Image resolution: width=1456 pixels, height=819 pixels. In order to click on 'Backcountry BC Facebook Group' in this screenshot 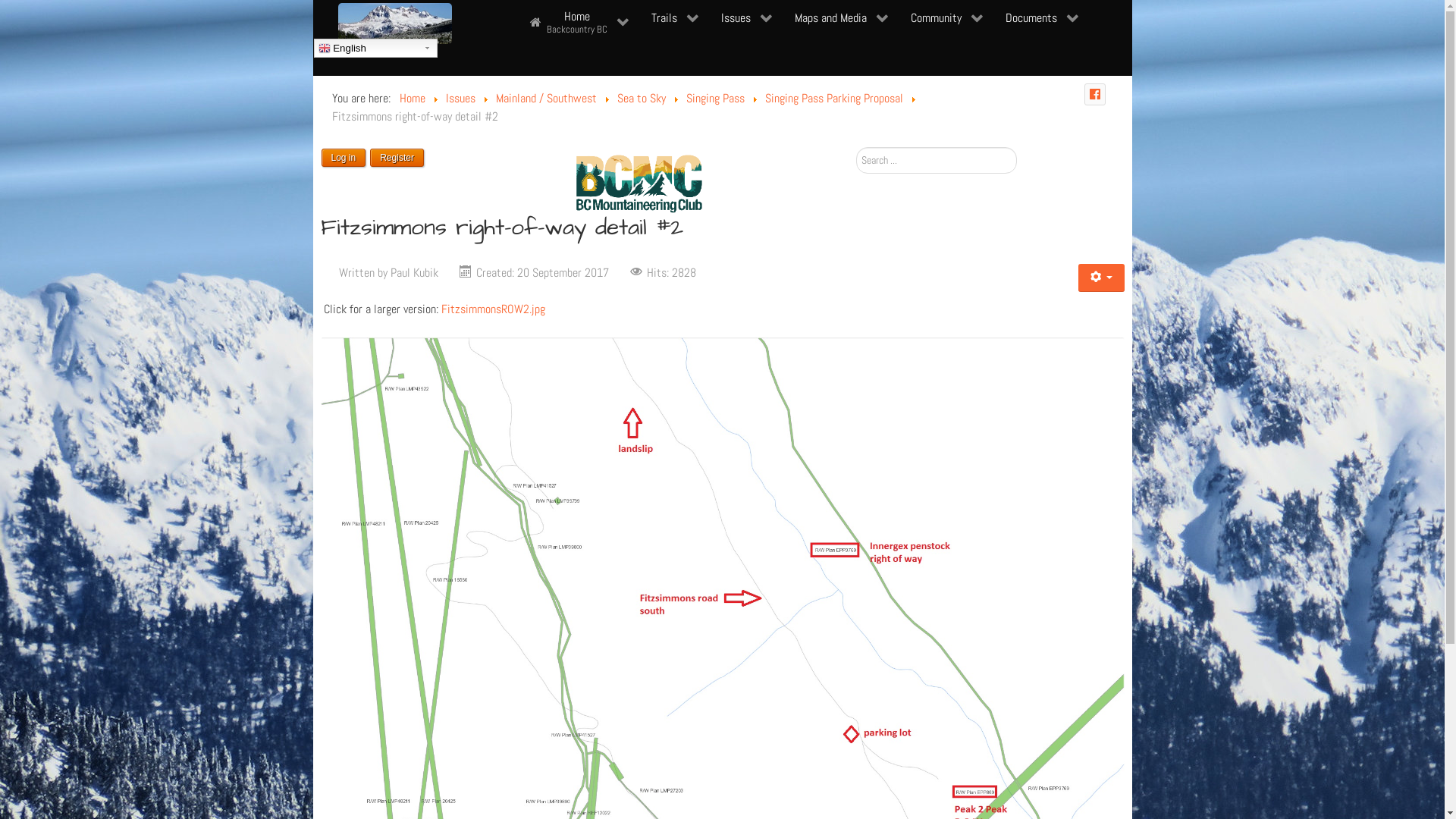, I will do `click(1084, 94)`.